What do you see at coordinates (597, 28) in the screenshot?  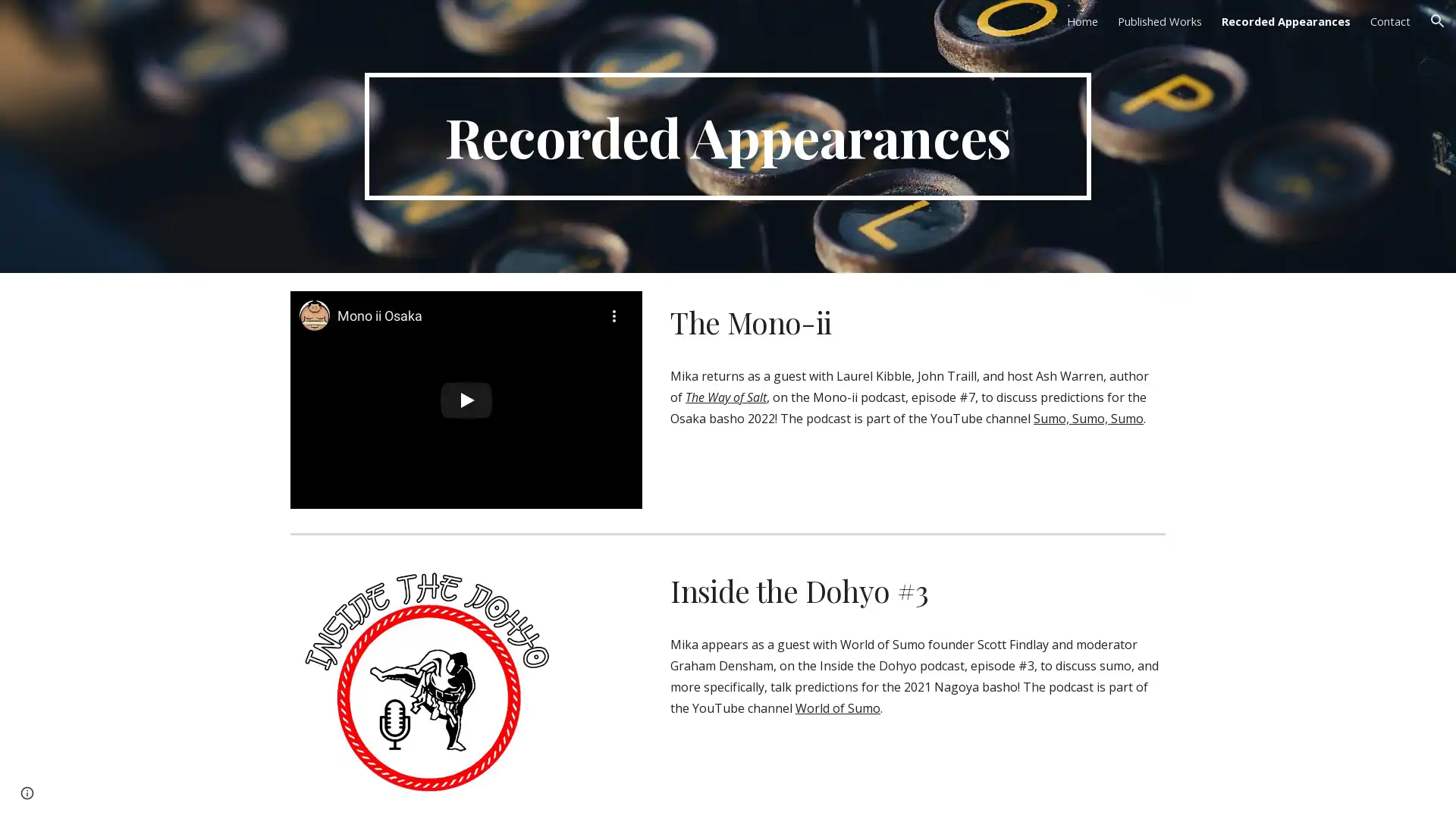 I see `Skip to main content` at bounding box center [597, 28].